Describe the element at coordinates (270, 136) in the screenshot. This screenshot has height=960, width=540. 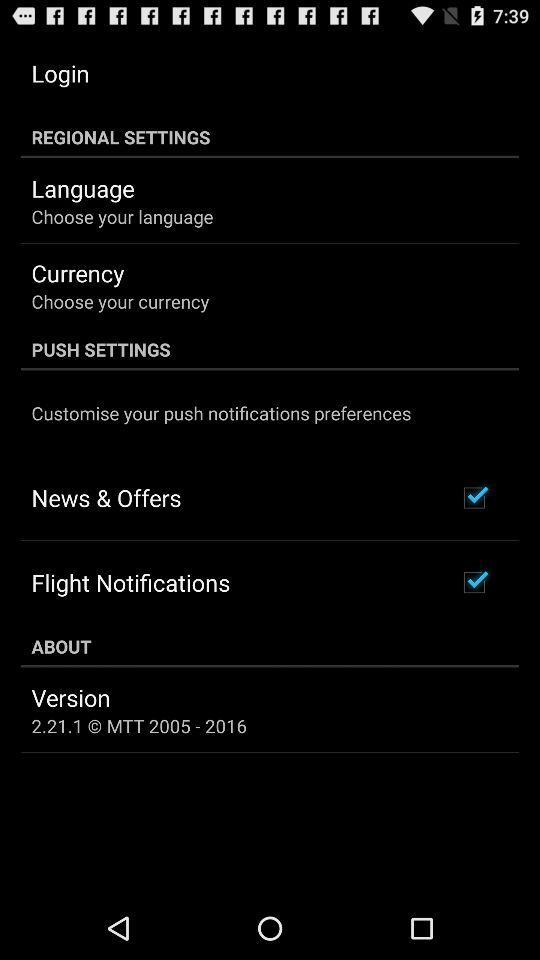
I see `the regional settings` at that location.